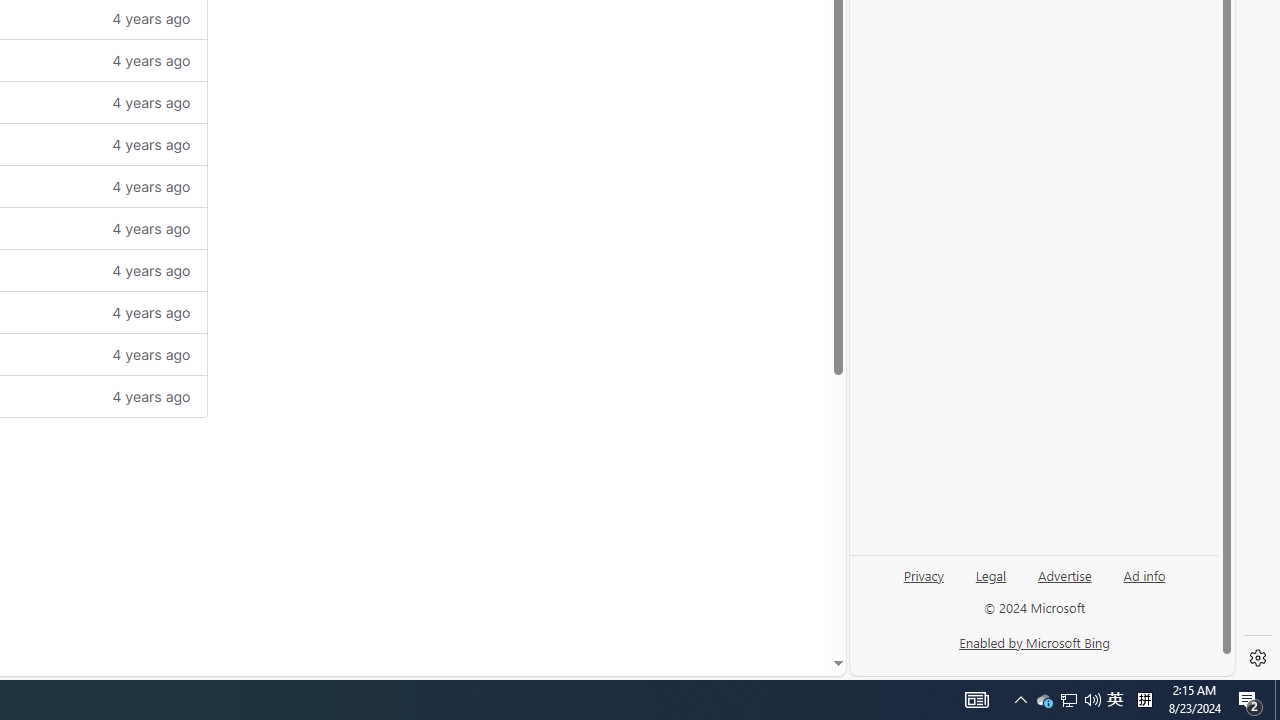  What do you see at coordinates (991, 574) in the screenshot?
I see `'Legal'` at bounding box center [991, 574].